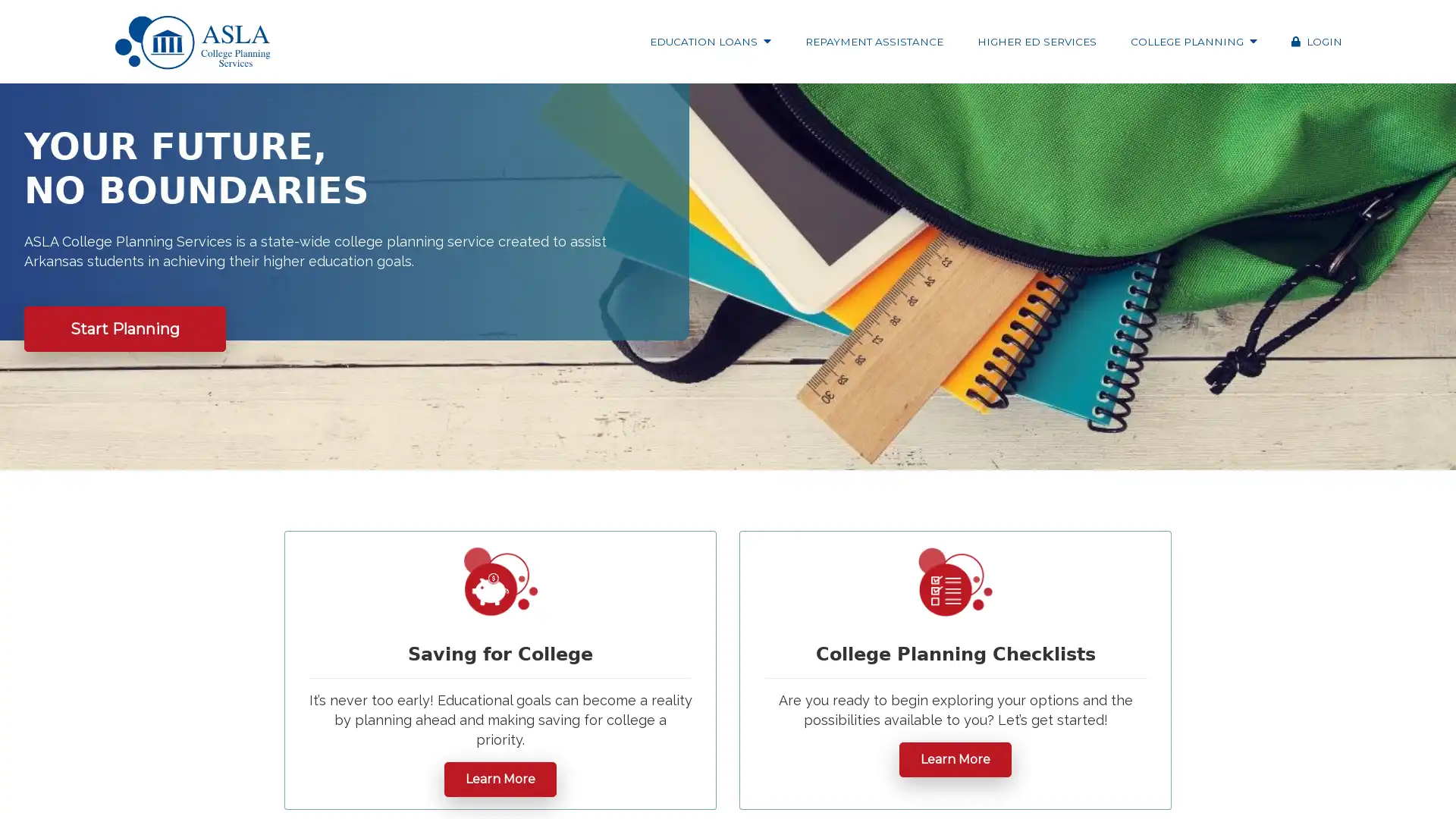  What do you see at coordinates (954, 759) in the screenshot?
I see `Learn More` at bounding box center [954, 759].